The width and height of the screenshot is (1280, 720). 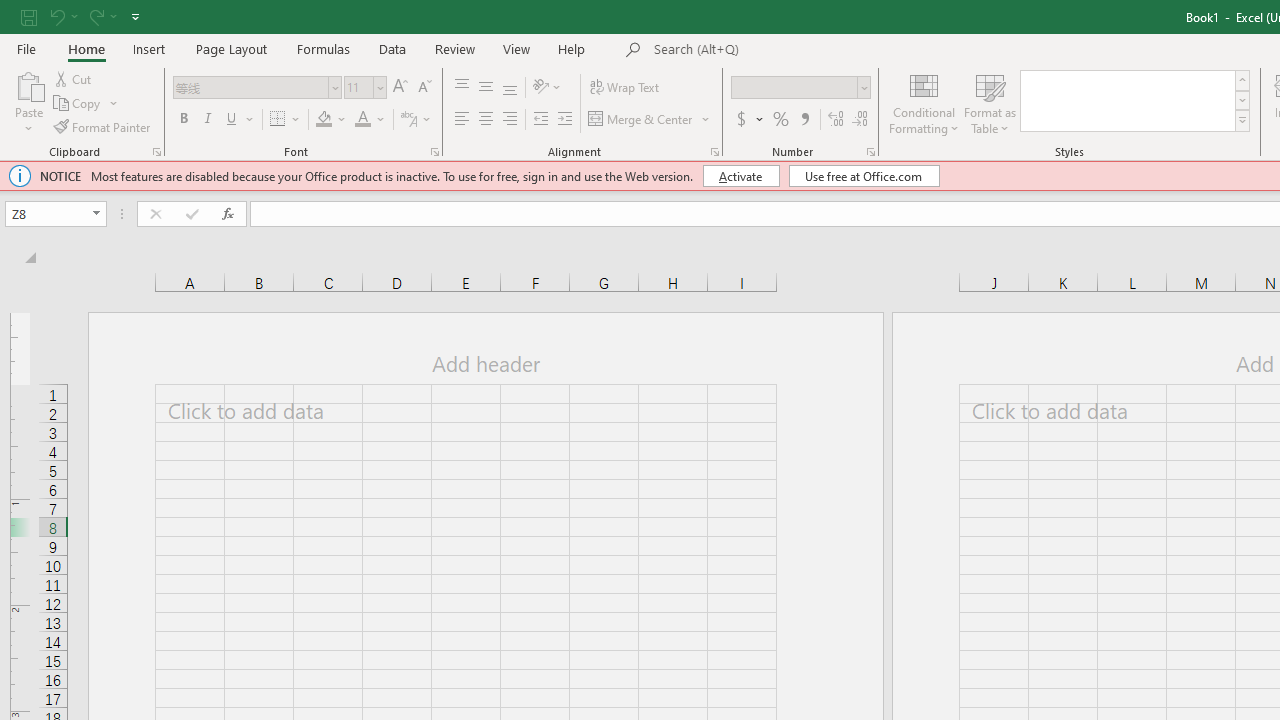 What do you see at coordinates (485, 86) in the screenshot?
I see `'Middle Align'` at bounding box center [485, 86].